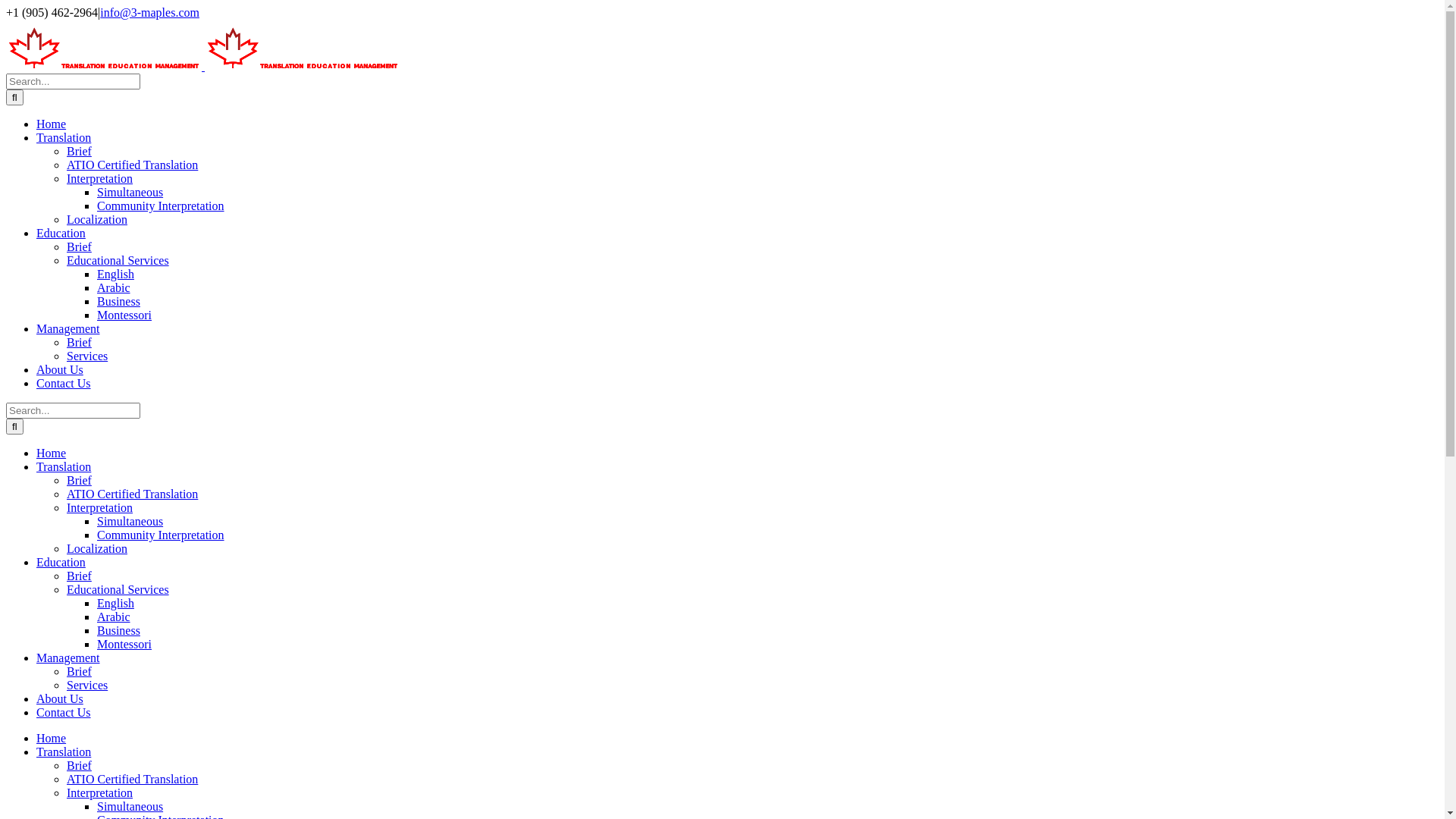 The image size is (1456, 819). I want to click on 'Business', so click(118, 301).